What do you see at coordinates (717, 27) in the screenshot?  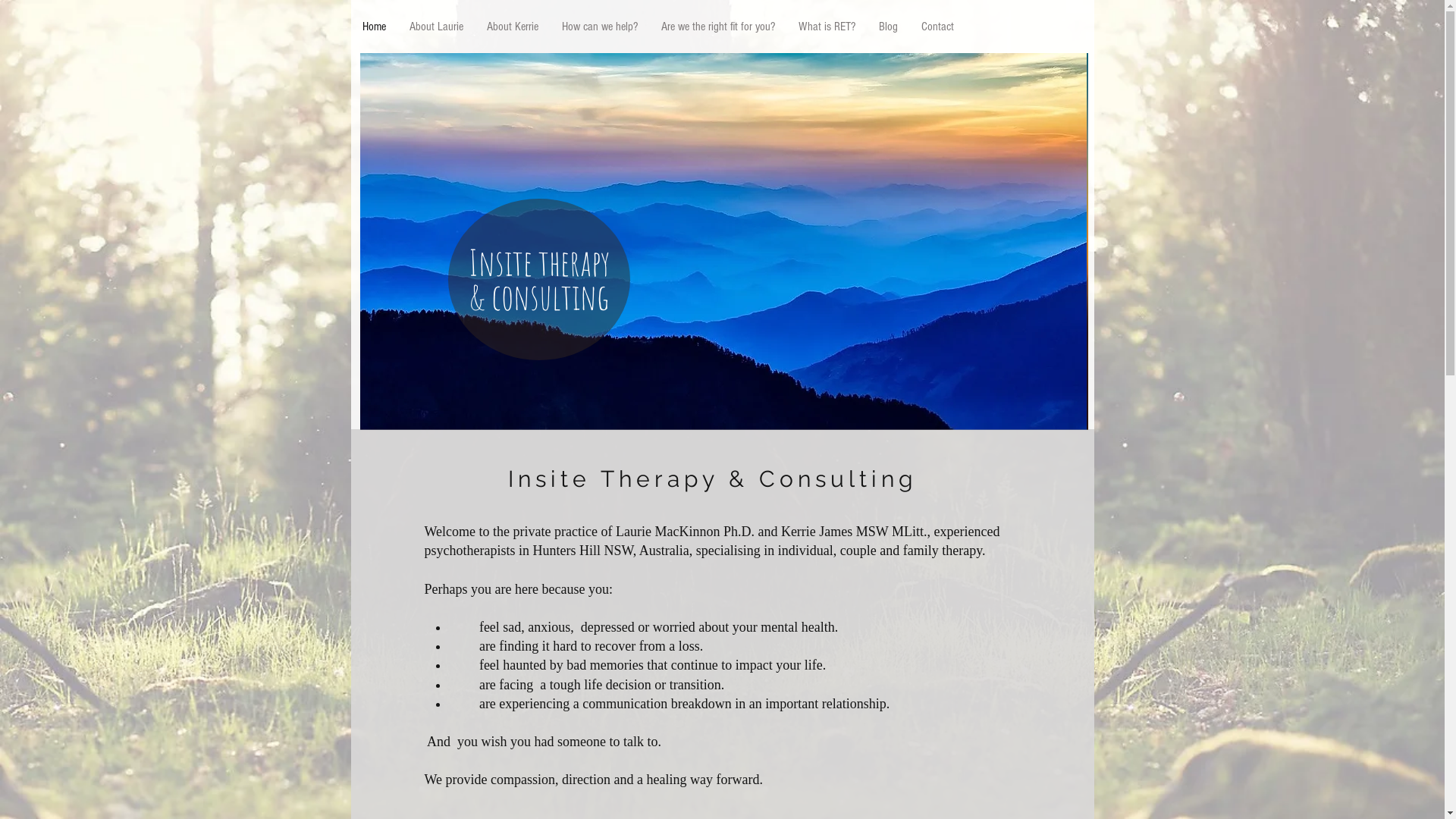 I see `'Are we the right fit for you?'` at bounding box center [717, 27].